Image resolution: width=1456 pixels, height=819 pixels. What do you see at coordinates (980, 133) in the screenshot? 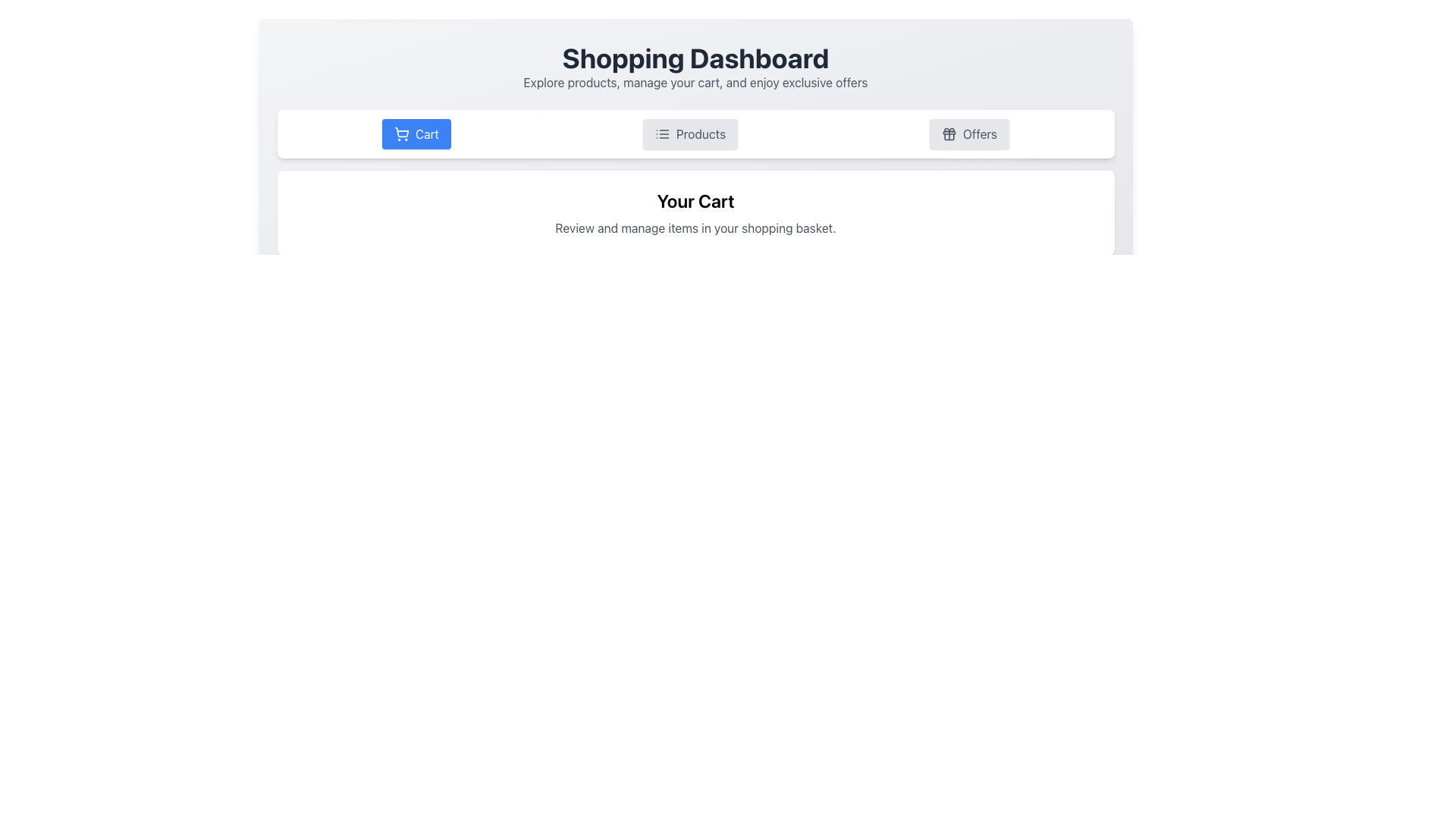
I see `the 'Offers' text label within the button located to the far-right` at bounding box center [980, 133].